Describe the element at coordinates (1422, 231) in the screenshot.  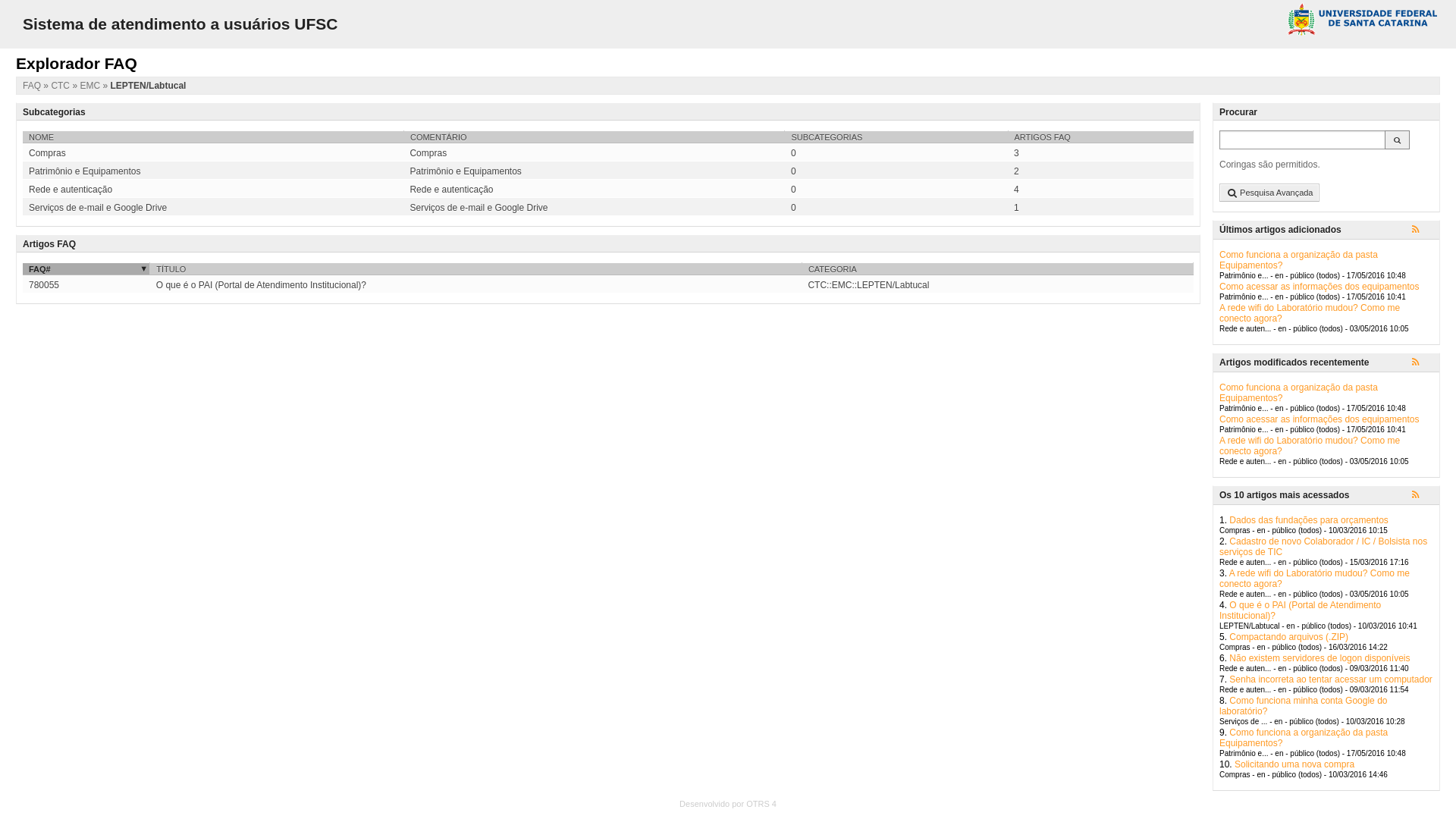
I see `'Artigos FAQ (criado novo)'` at that location.